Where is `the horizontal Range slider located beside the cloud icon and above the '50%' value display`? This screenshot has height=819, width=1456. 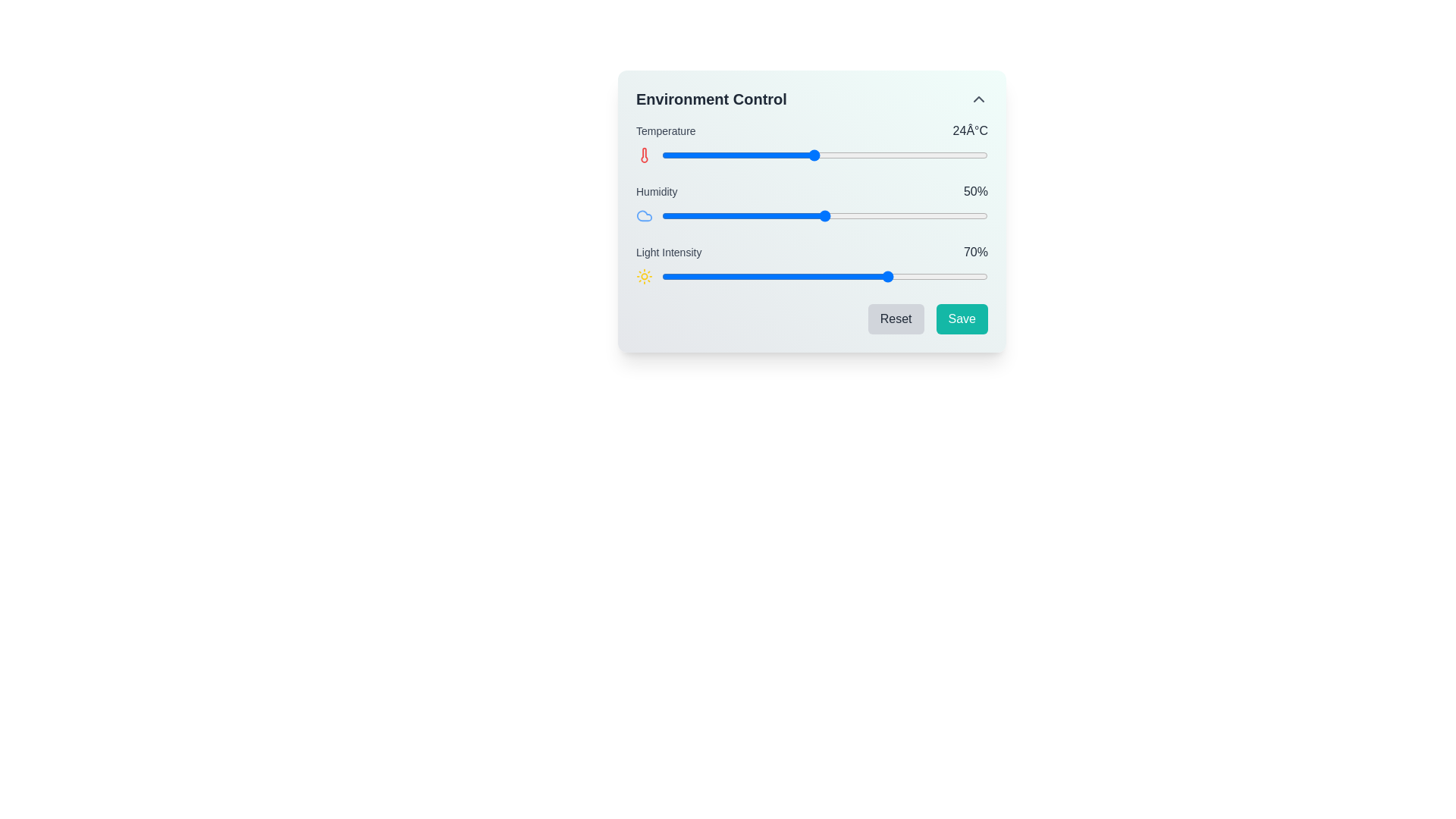
the horizontal Range slider located beside the cloud icon and above the '50%' value display is located at coordinates (824, 216).